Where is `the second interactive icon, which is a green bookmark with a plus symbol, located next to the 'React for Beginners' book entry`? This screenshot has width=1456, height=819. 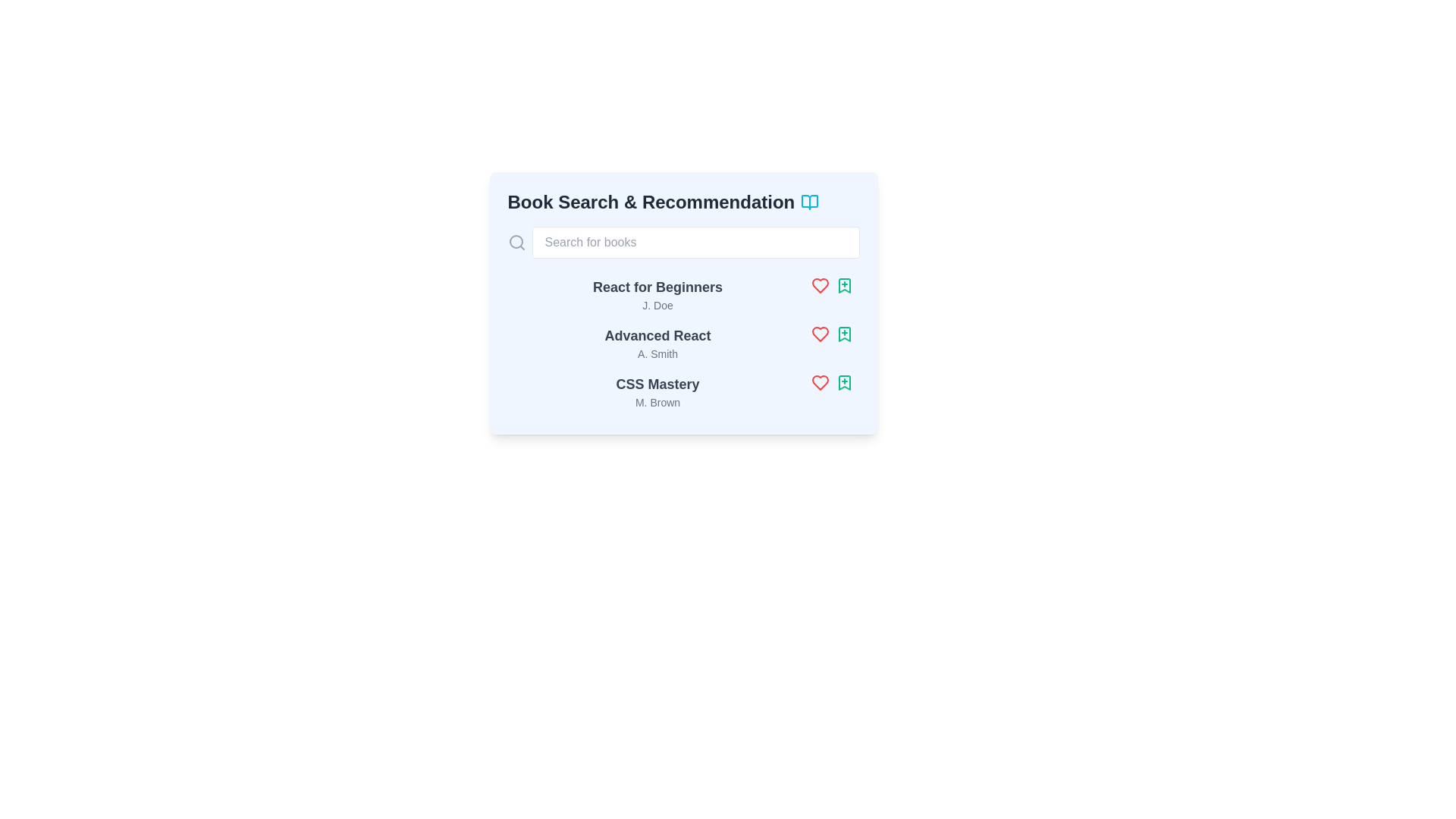
the second interactive icon, which is a green bookmark with a plus symbol, located next to the 'React for Beginners' book entry is located at coordinates (843, 286).